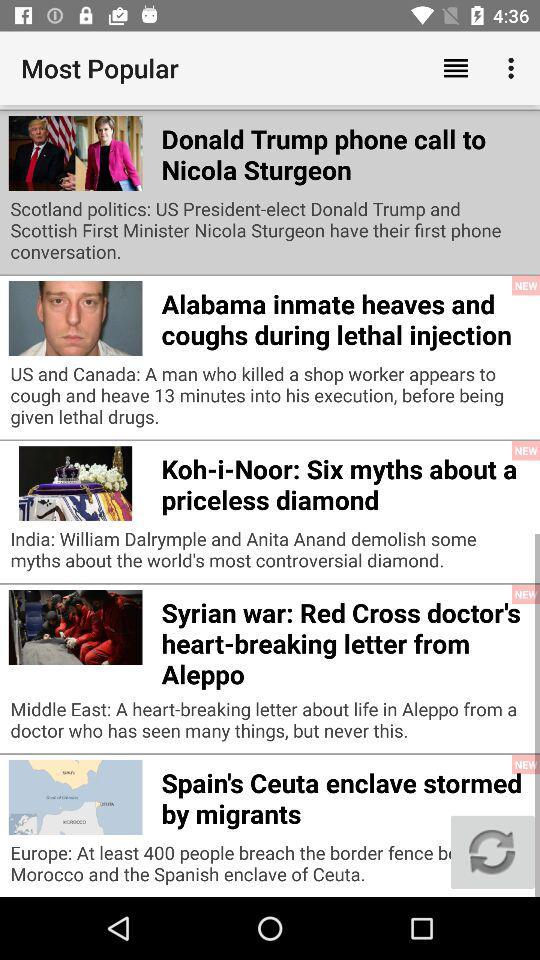 This screenshot has width=540, height=960. I want to click on app below the india william dalrymple item, so click(344, 639).